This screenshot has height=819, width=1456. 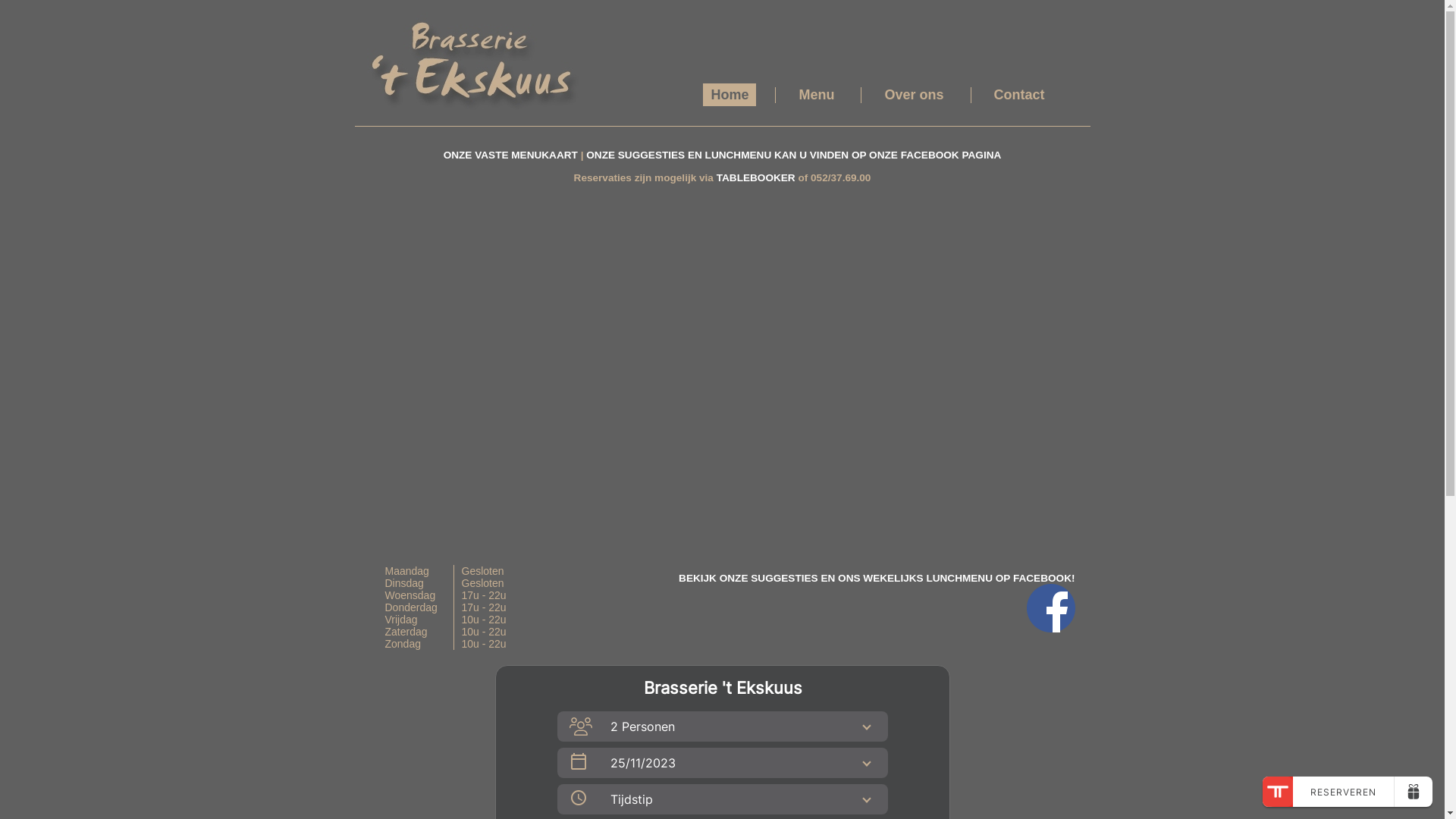 What do you see at coordinates (443, 155) in the screenshot?
I see `'ONZE VASTE MENUKAART'` at bounding box center [443, 155].